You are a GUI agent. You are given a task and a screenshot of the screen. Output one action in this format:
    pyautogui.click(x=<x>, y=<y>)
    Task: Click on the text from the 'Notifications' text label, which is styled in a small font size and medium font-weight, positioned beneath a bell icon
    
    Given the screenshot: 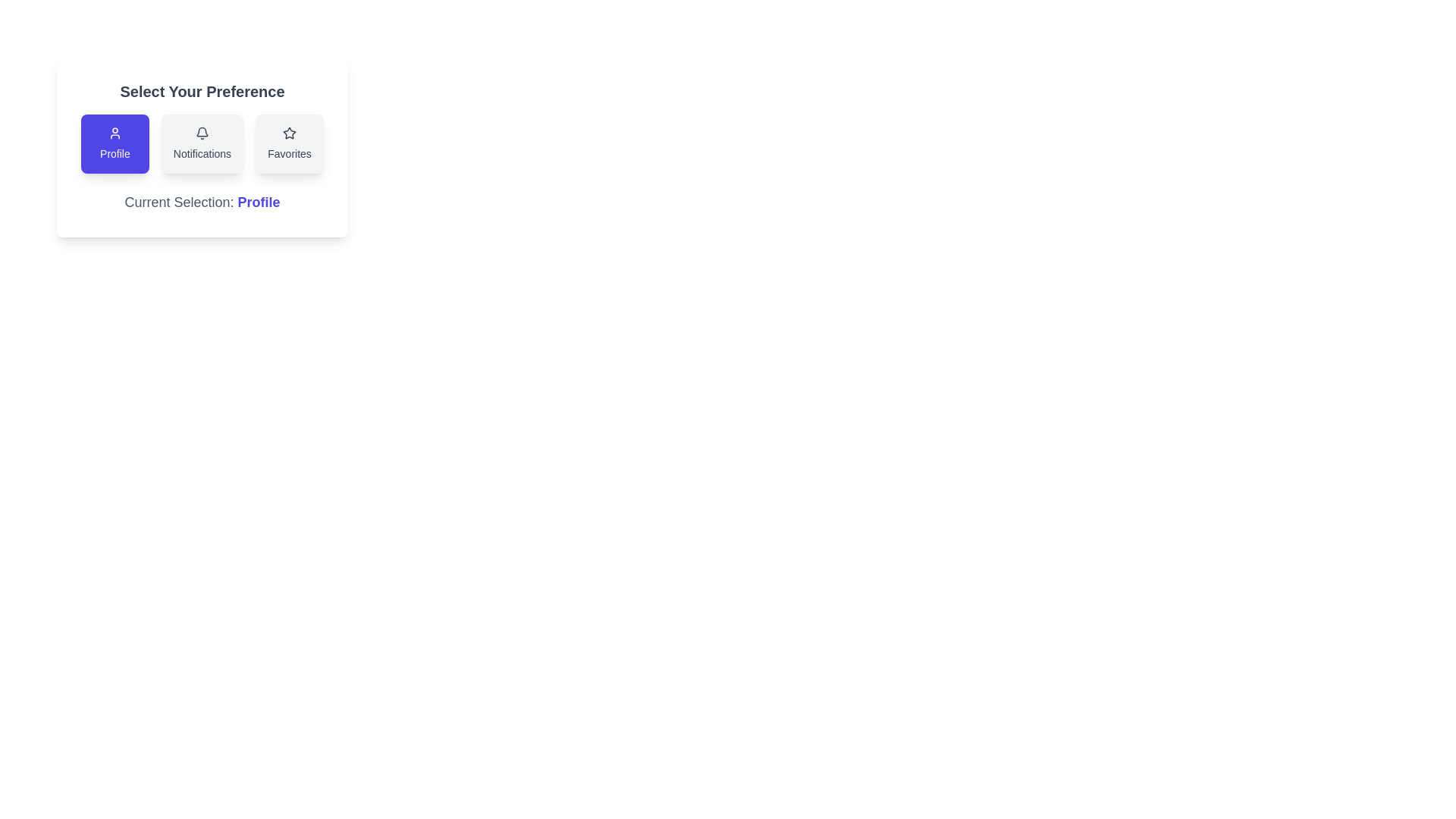 What is the action you would take?
    pyautogui.click(x=202, y=154)
    